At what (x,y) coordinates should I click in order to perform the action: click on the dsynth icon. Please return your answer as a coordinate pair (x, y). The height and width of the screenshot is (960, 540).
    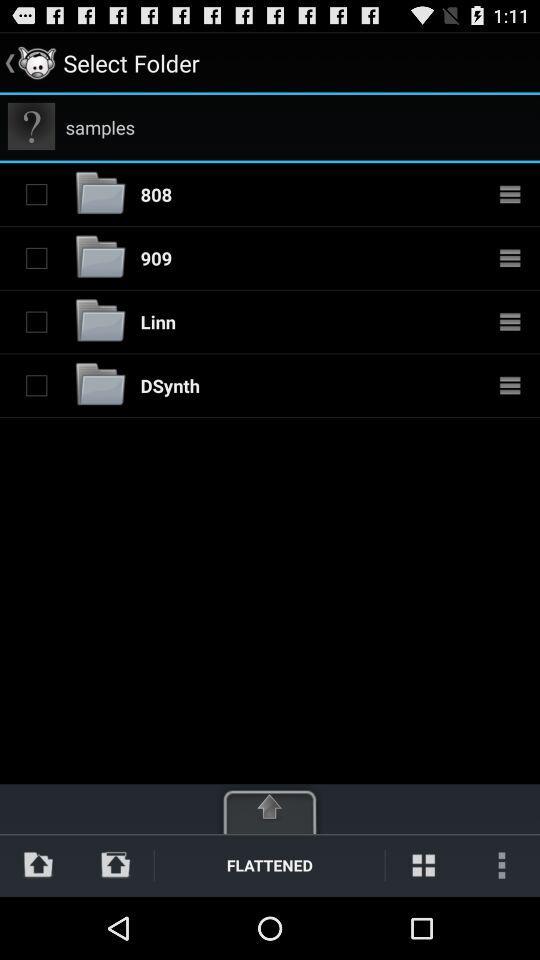
    Looking at the image, I should click on (170, 384).